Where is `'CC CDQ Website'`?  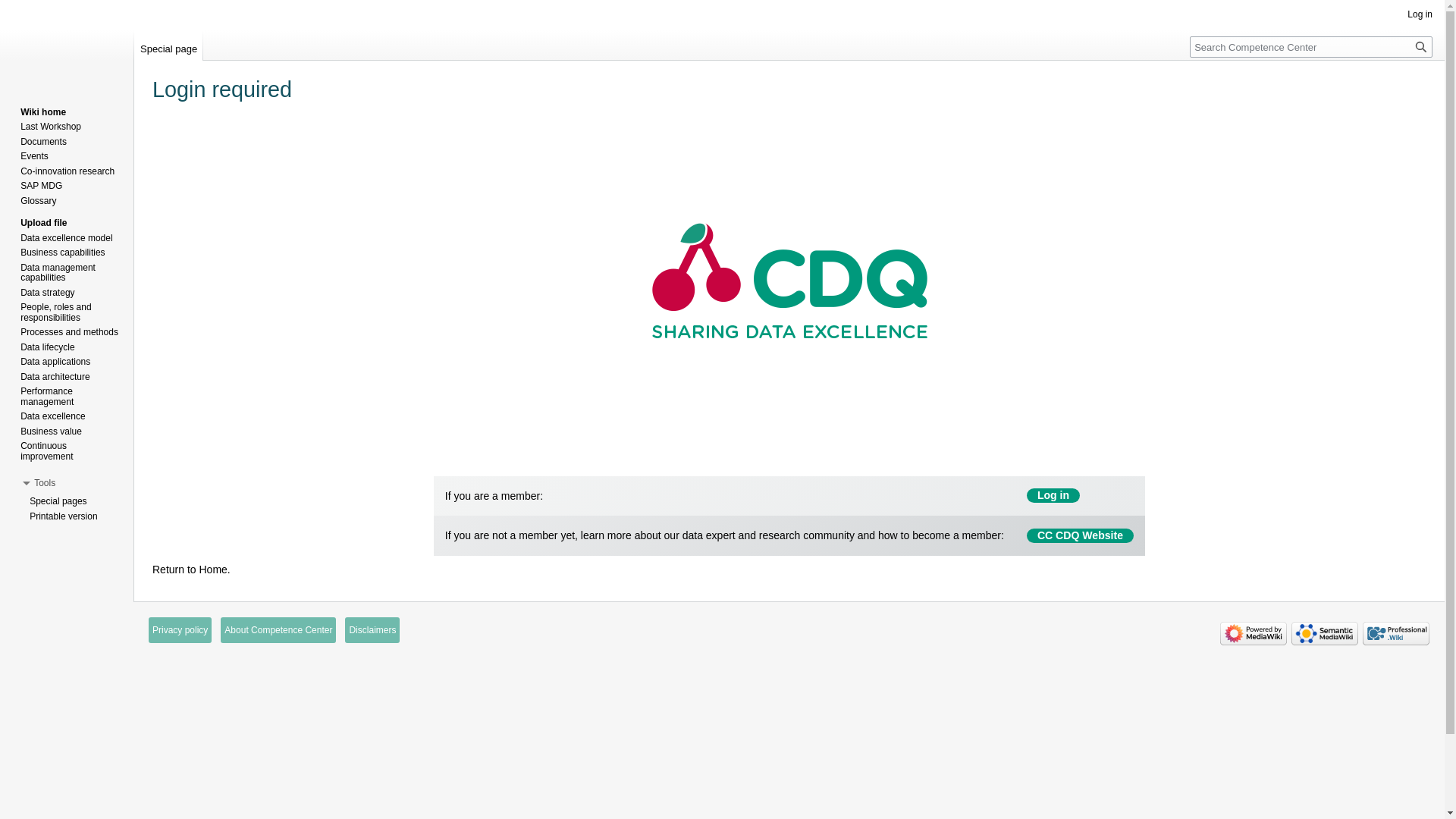 'CC CDQ Website' is located at coordinates (1026, 535).